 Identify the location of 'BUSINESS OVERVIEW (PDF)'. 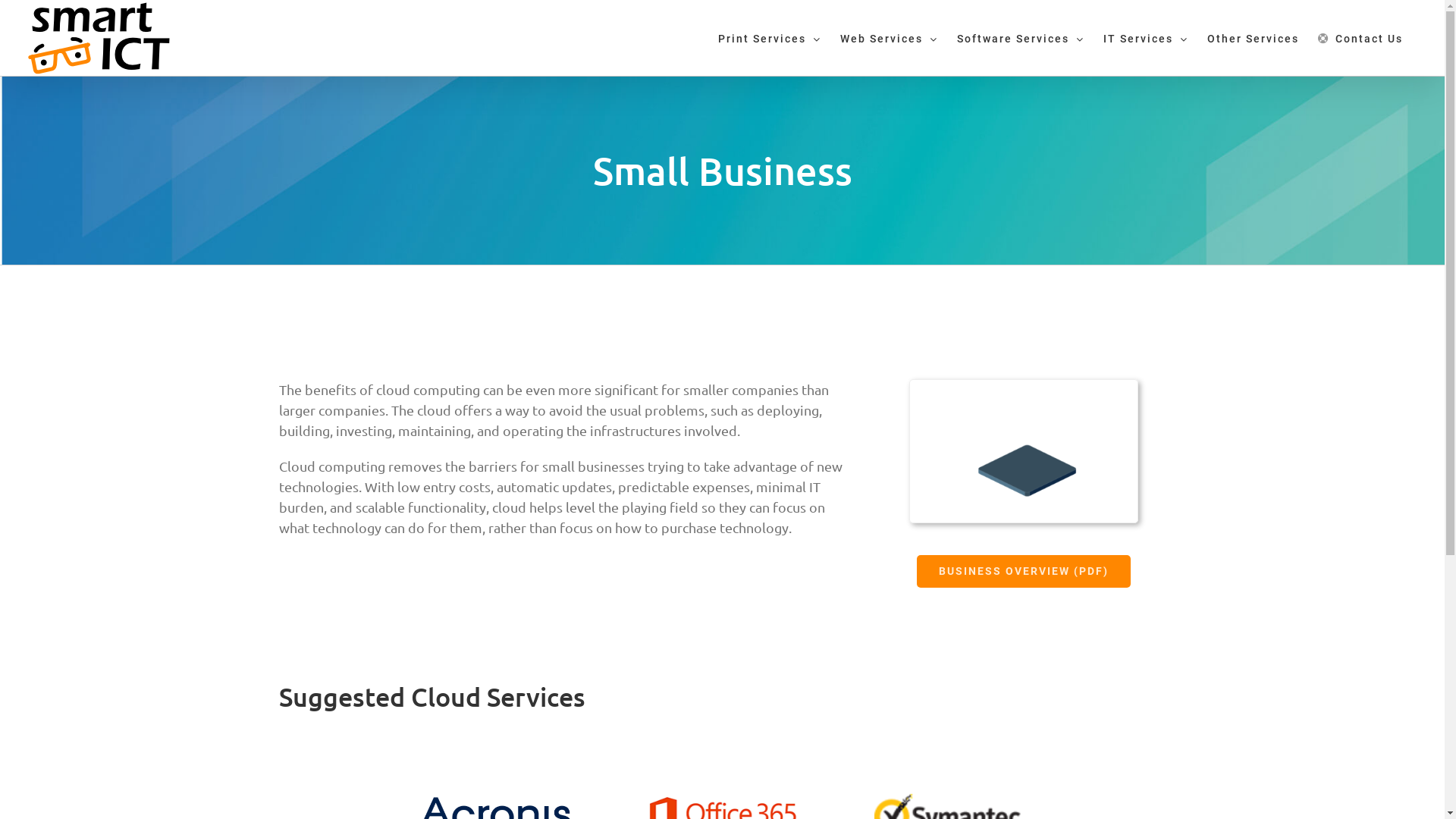
(1023, 571).